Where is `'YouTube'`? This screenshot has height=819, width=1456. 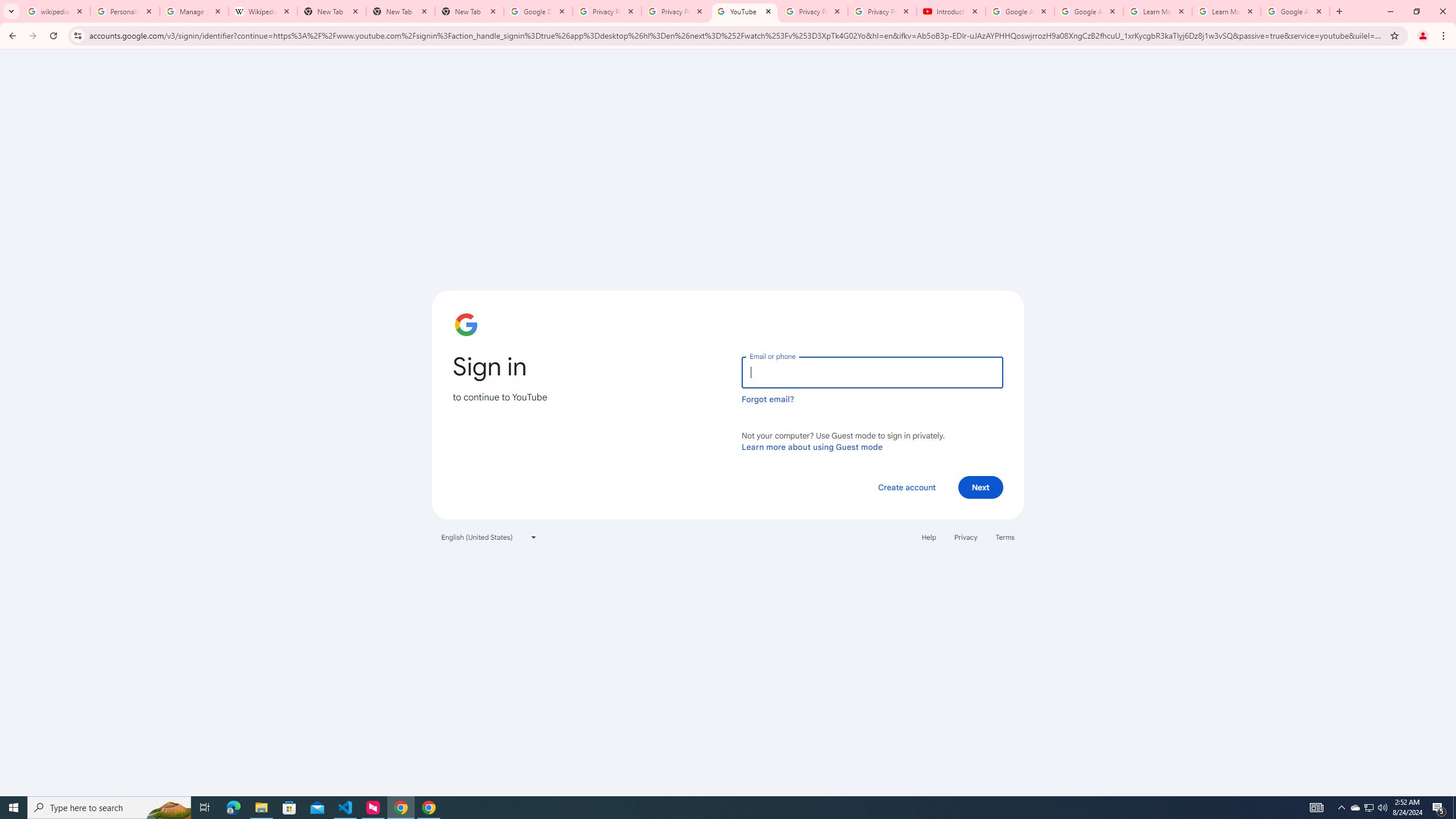
'YouTube' is located at coordinates (744, 11).